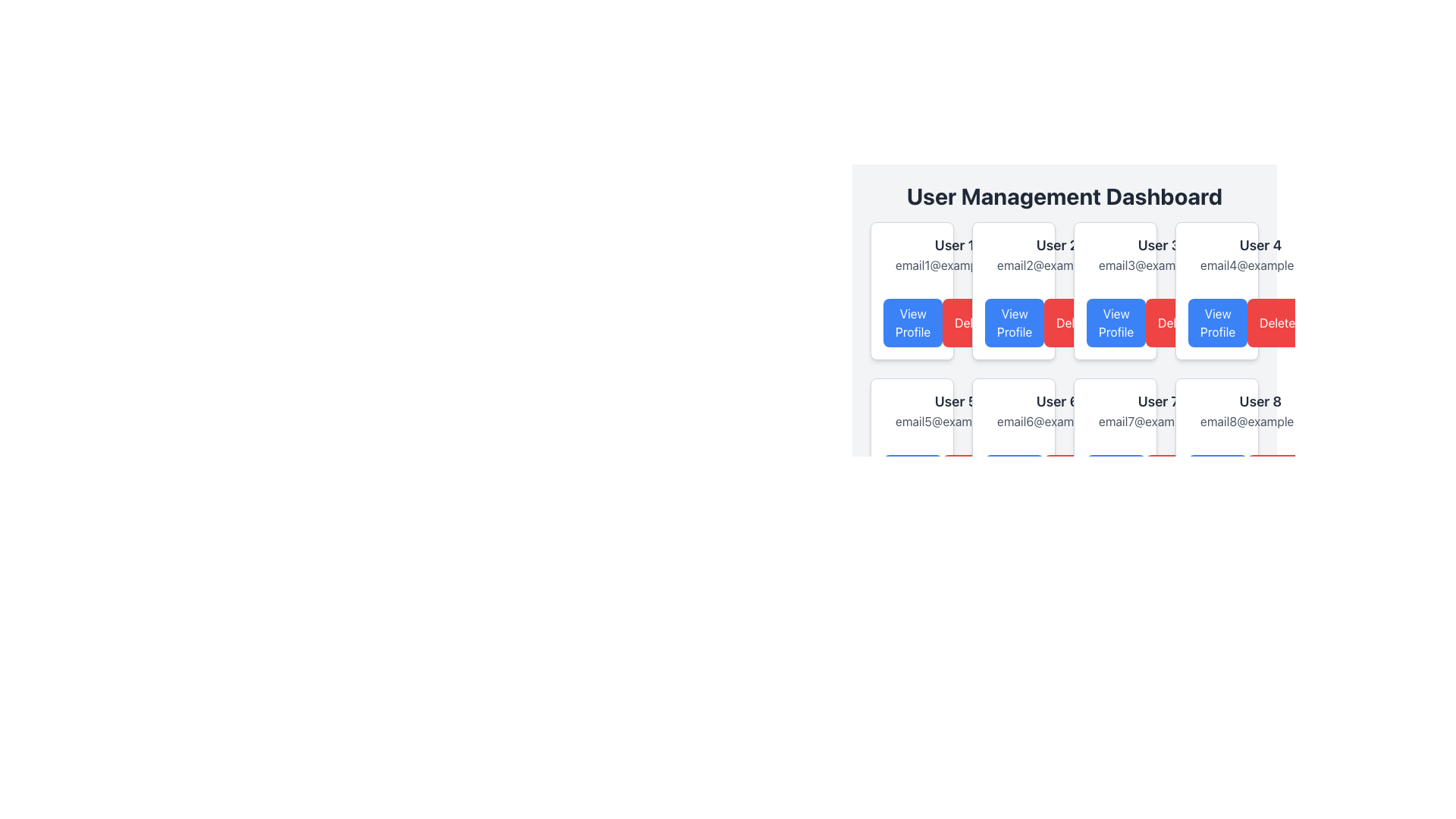 The width and height of the screenshot is (1456, 819). What do you see at coordinates (954, 411) in the screenshot?
I see `the text element displaying 'User 5' in bold font, located in the second row of the user cards grid under 'User Management Dashboard'` at bounding box center [954, 411].